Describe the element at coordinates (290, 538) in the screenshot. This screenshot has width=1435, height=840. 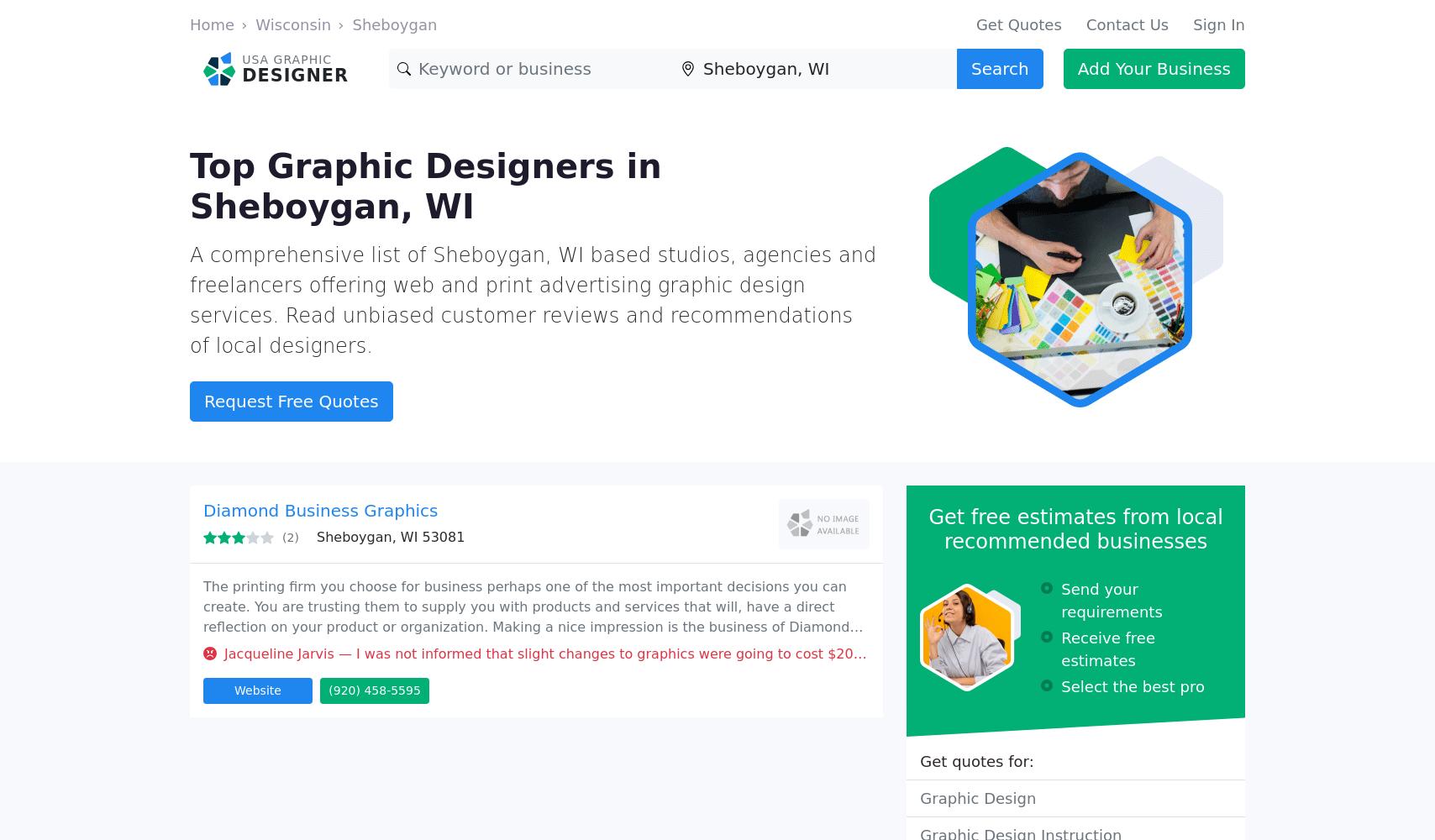
I see `'(2)'` at that location.